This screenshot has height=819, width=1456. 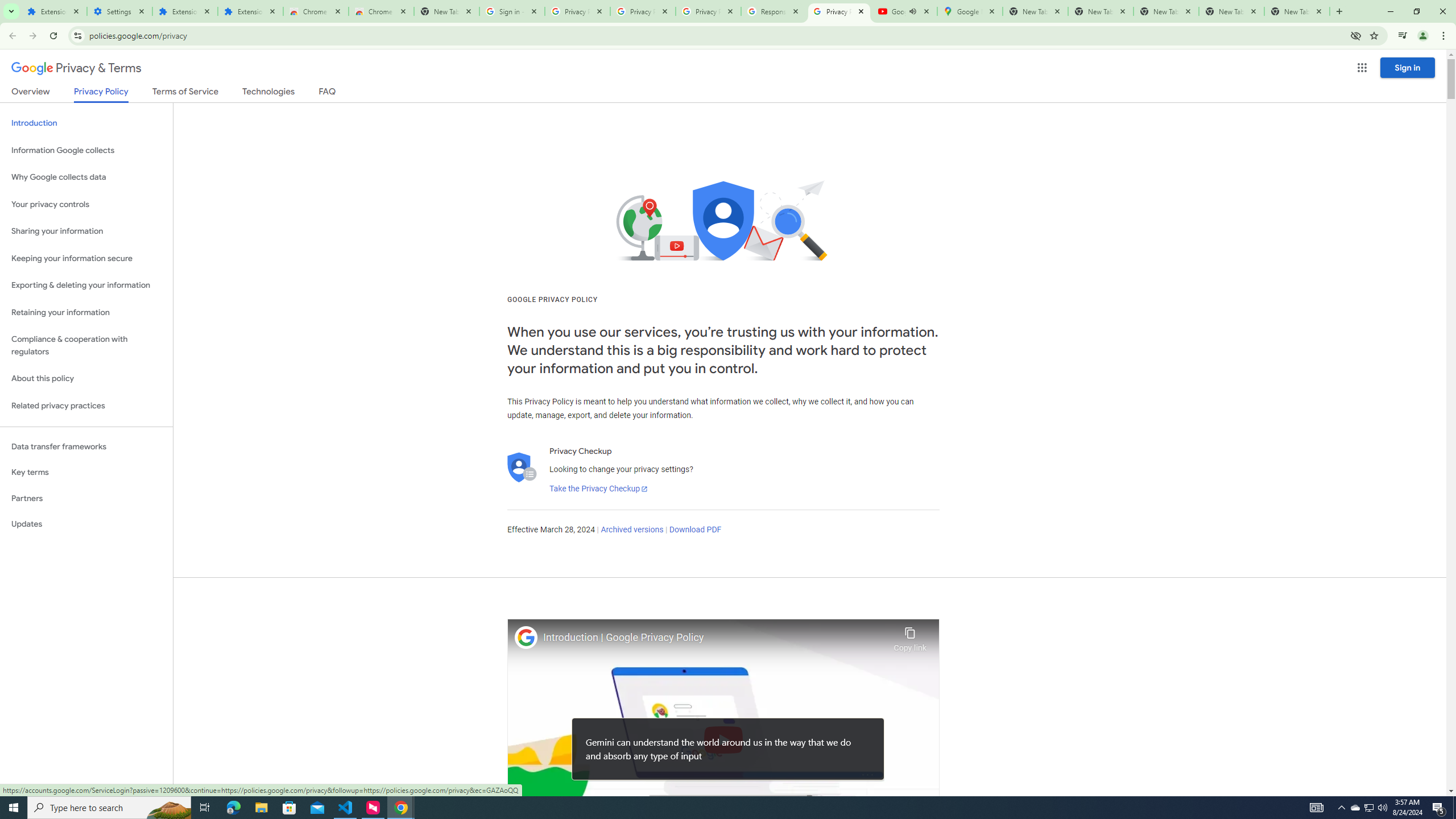 I want to click on 'Settings', so click(x=118, y=11).